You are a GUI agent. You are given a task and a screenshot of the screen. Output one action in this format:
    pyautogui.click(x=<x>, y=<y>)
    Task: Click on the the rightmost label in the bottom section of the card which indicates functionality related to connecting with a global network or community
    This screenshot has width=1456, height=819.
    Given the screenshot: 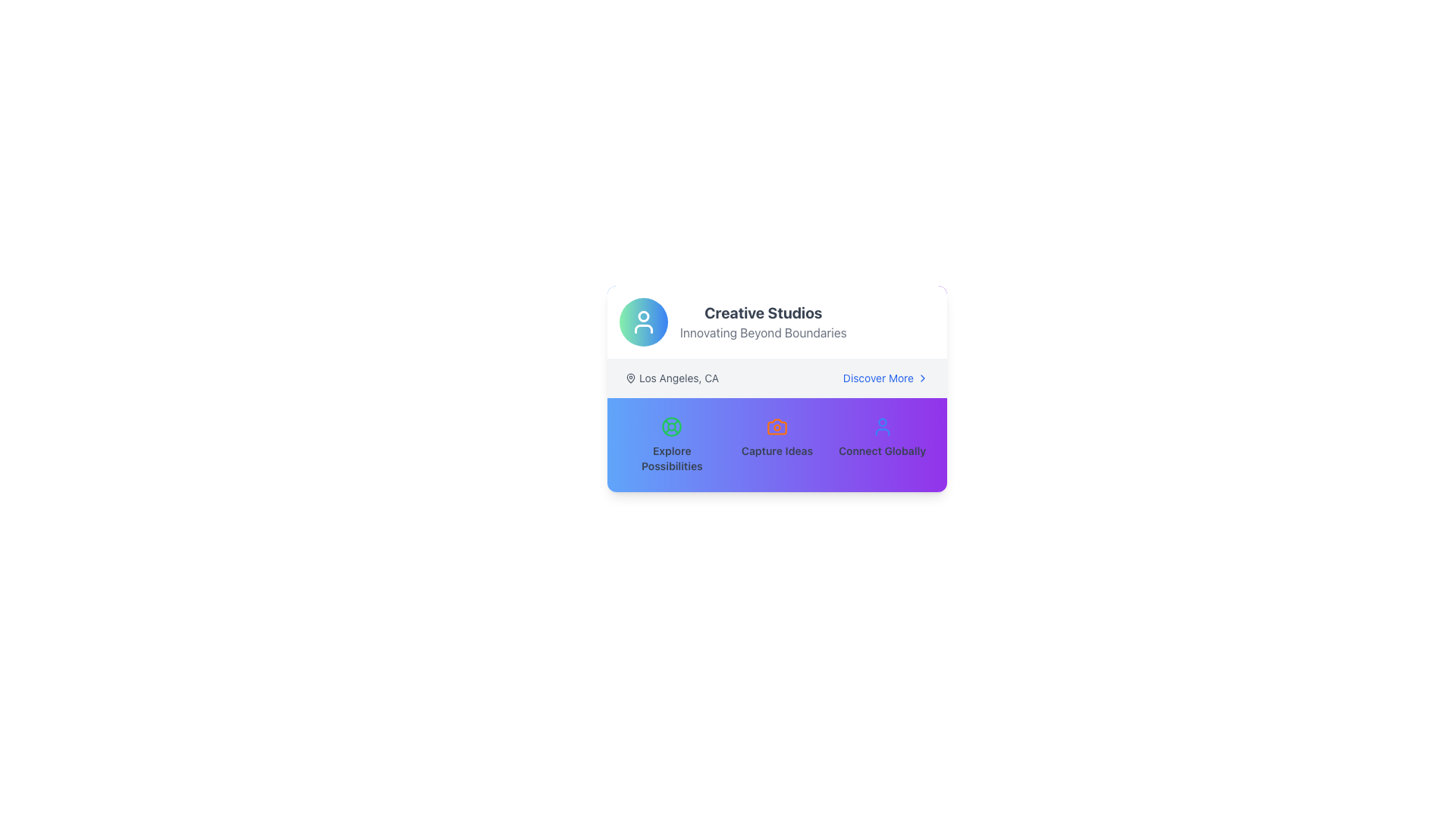 What is the action you would take?
    pyautogui.click(x=882, y=450)
    